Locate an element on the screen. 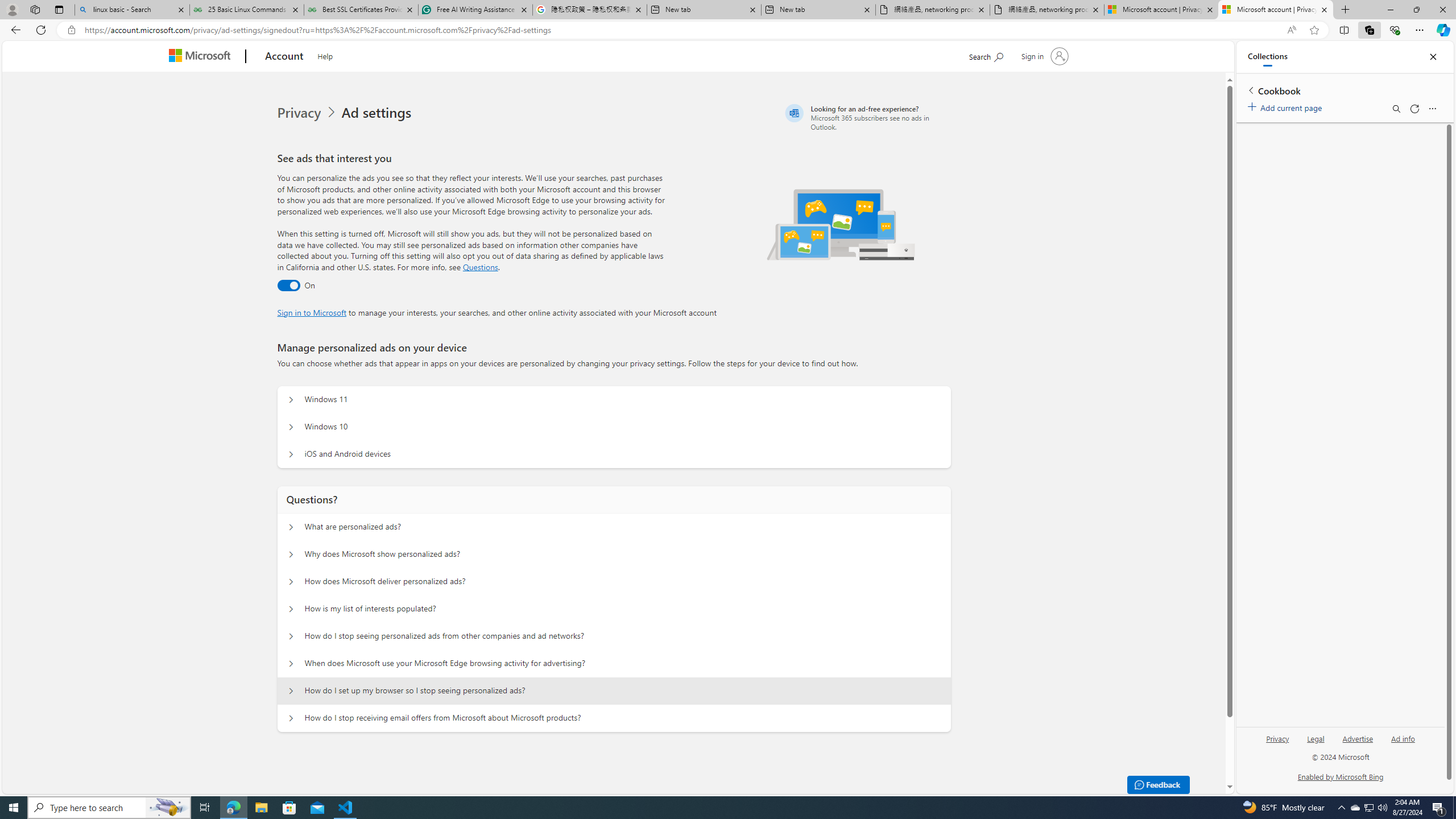  'Sign in to your account' is located at coordinates (1043, 55).